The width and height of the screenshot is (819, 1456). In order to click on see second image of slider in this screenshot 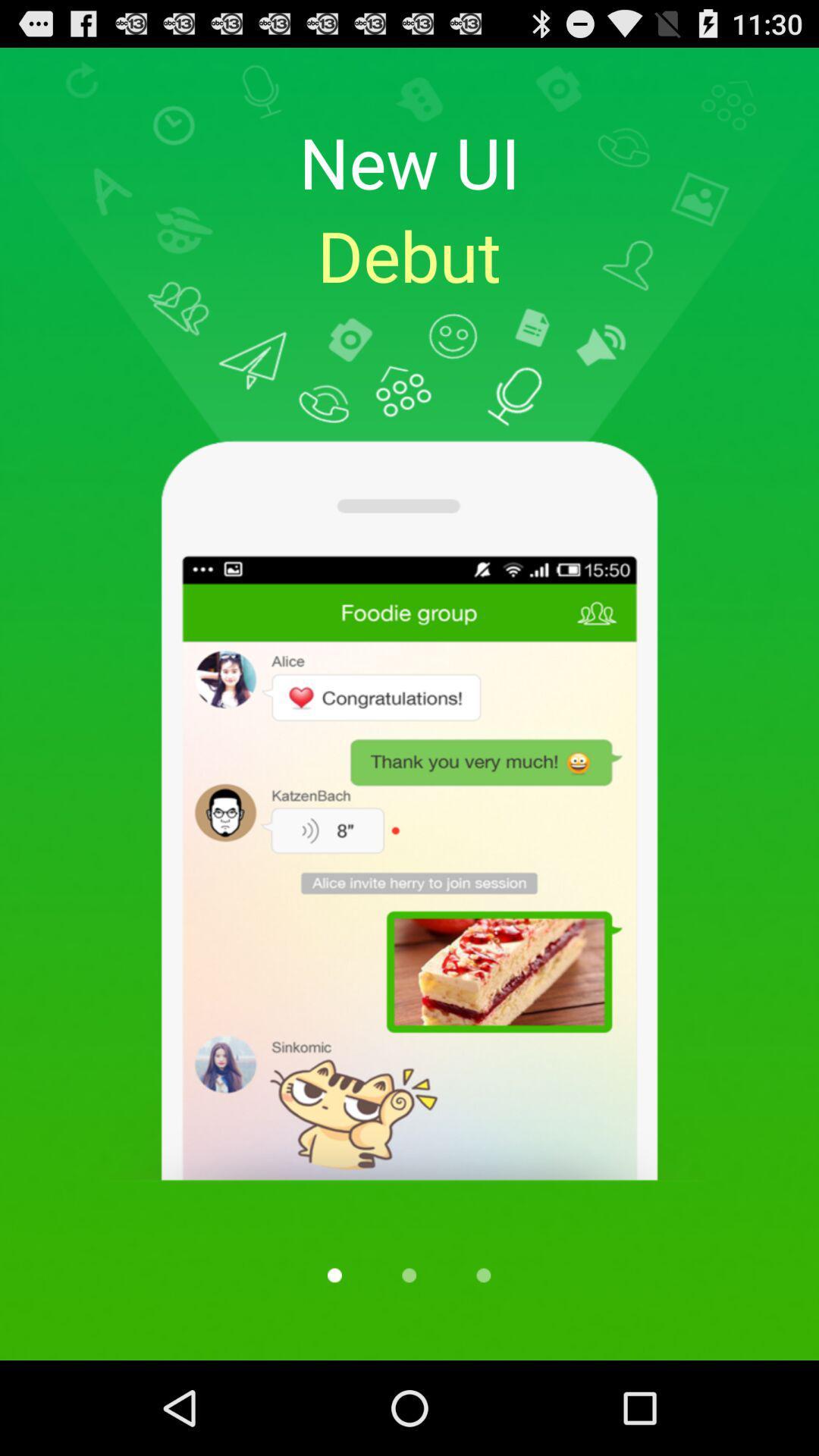, I will do `click(408, 1274)`.